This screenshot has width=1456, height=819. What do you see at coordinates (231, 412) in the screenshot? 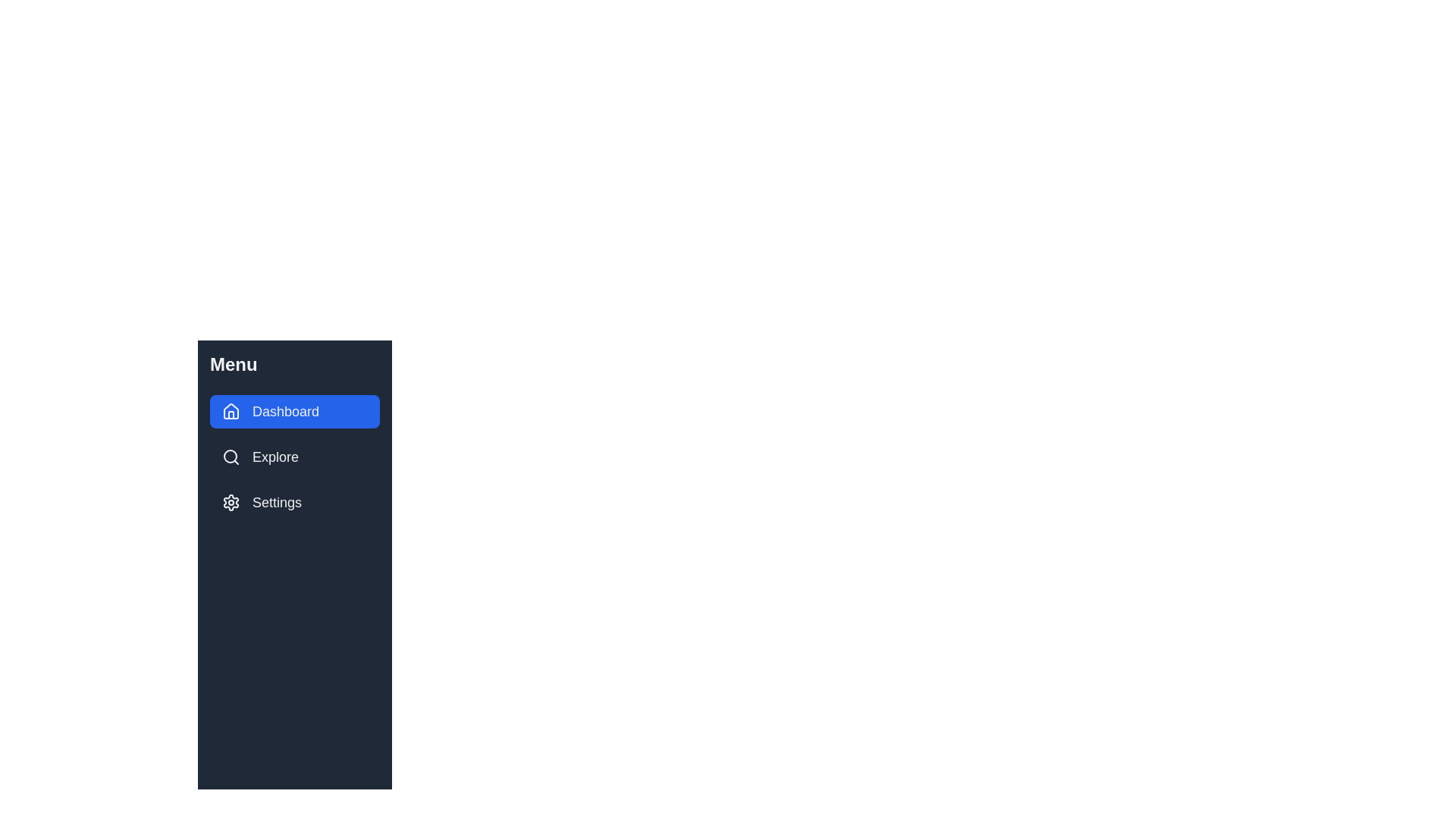
I see `the 'Dashboard' icon in the left-hand side panel` at bounding box center [231, 412].